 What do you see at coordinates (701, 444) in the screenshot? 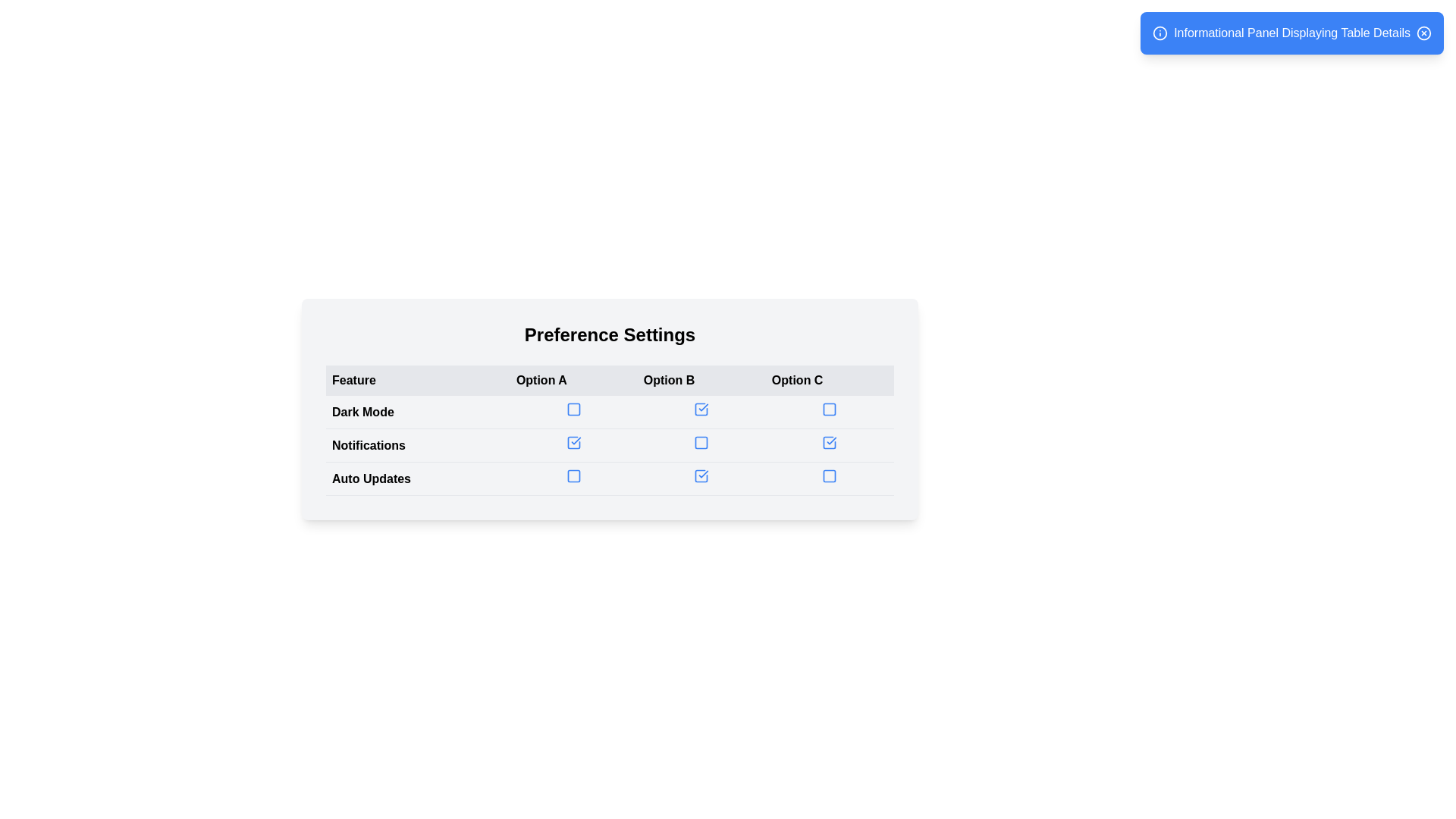
I see `the empty checkbox with a blue border located in the 'Option B' column of the 'Notifications' row in the preference settings table` at bounding box center [701, 444].